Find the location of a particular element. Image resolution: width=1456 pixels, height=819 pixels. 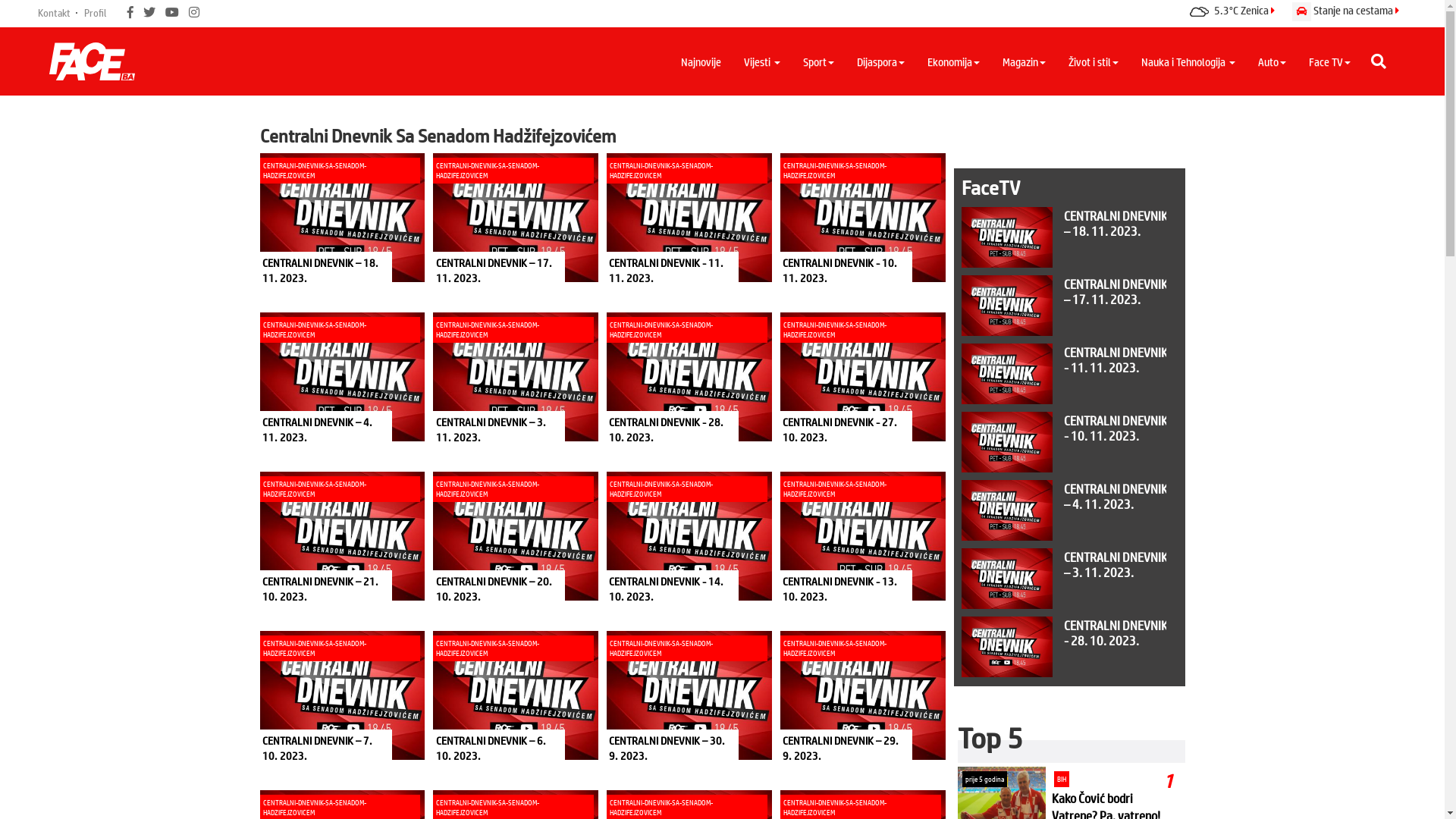

'Profil' is located at coordinates (94, 11).